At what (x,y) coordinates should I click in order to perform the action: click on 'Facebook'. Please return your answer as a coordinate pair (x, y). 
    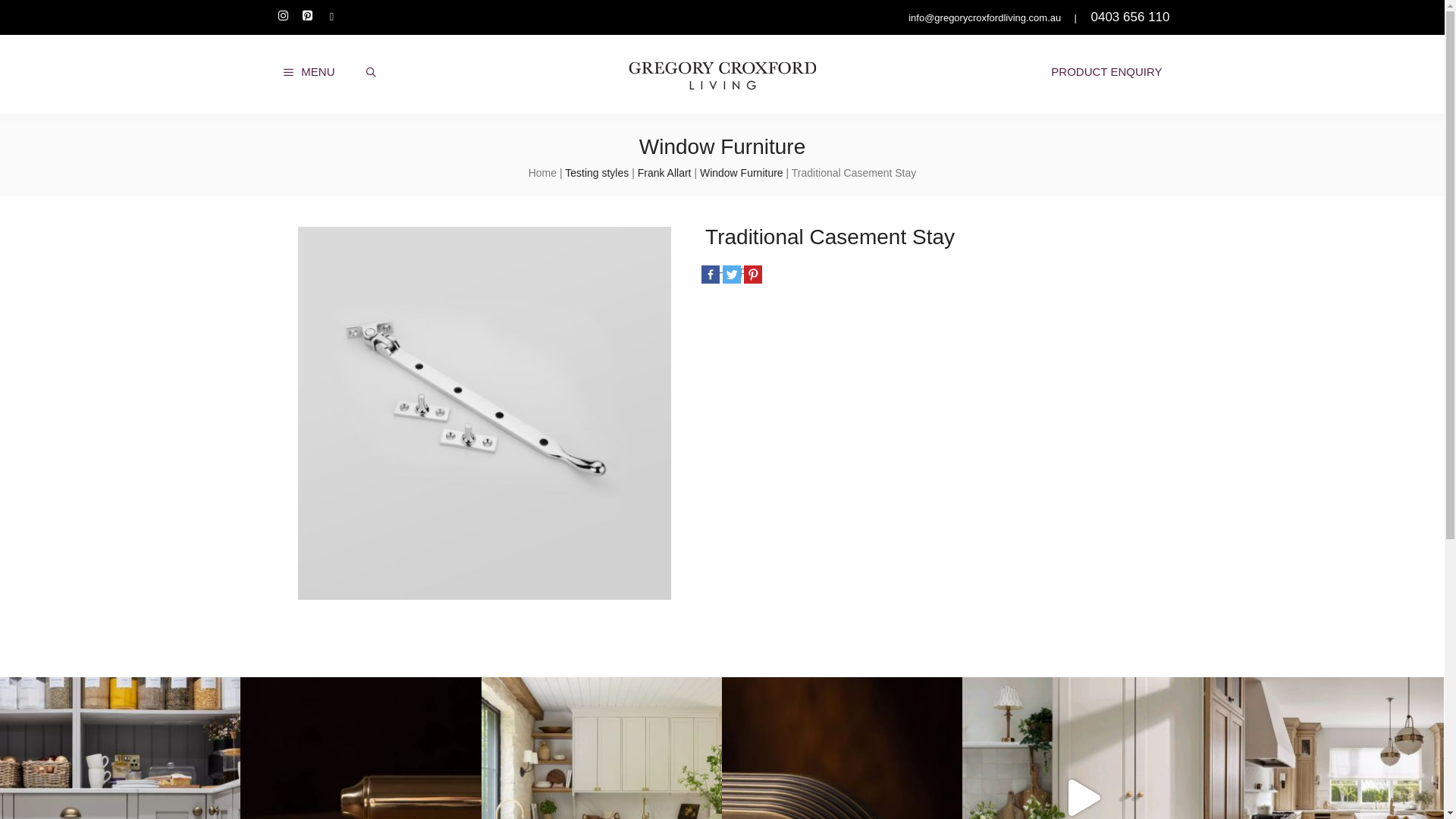
    Looking at the image, I should click on (709, 275).